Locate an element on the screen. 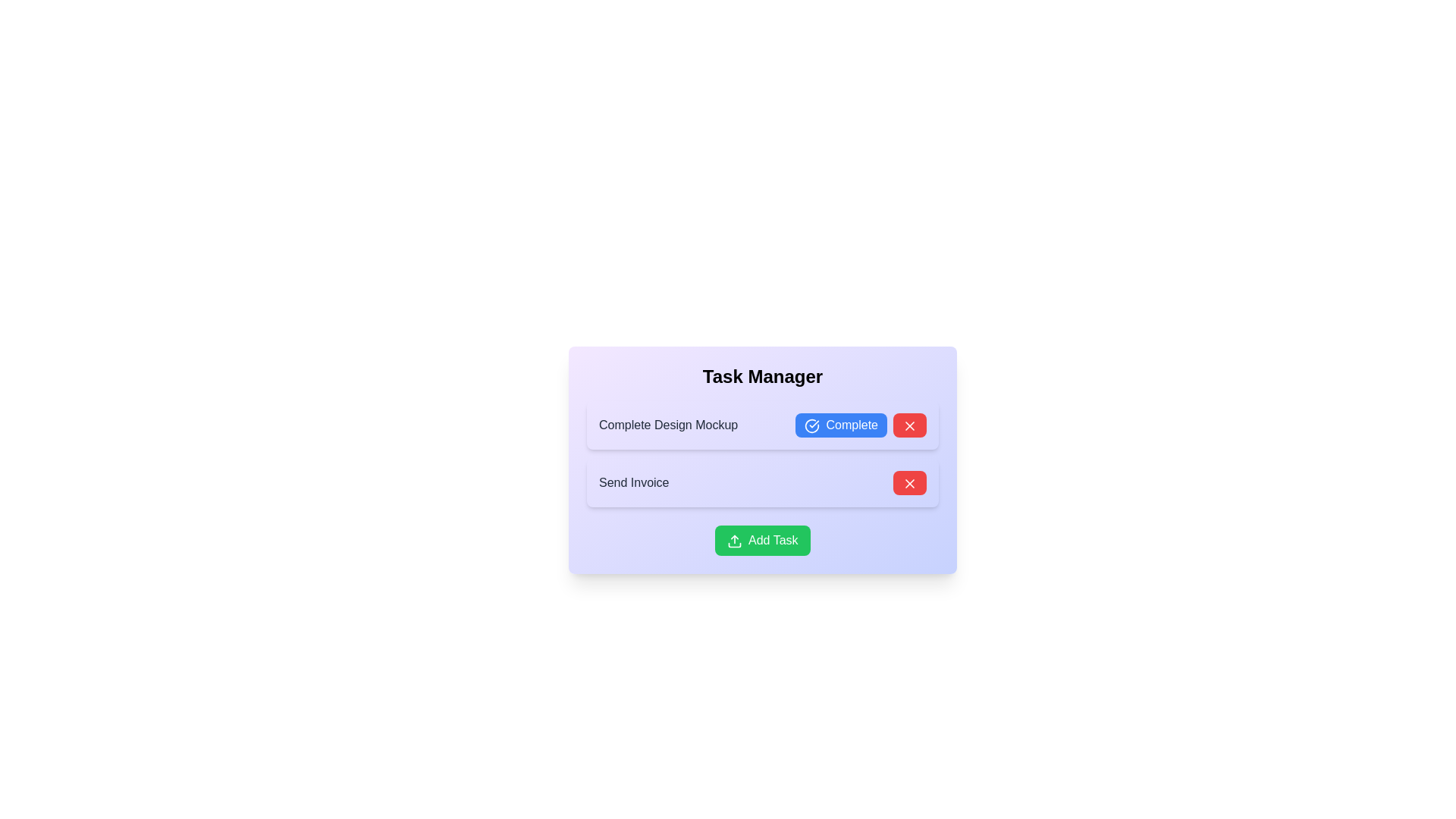  task label 'Send Invoice' from the second task entry in the task list, which has a light background and a red button with a white 'X' icon is located at coordinates (763, 482).